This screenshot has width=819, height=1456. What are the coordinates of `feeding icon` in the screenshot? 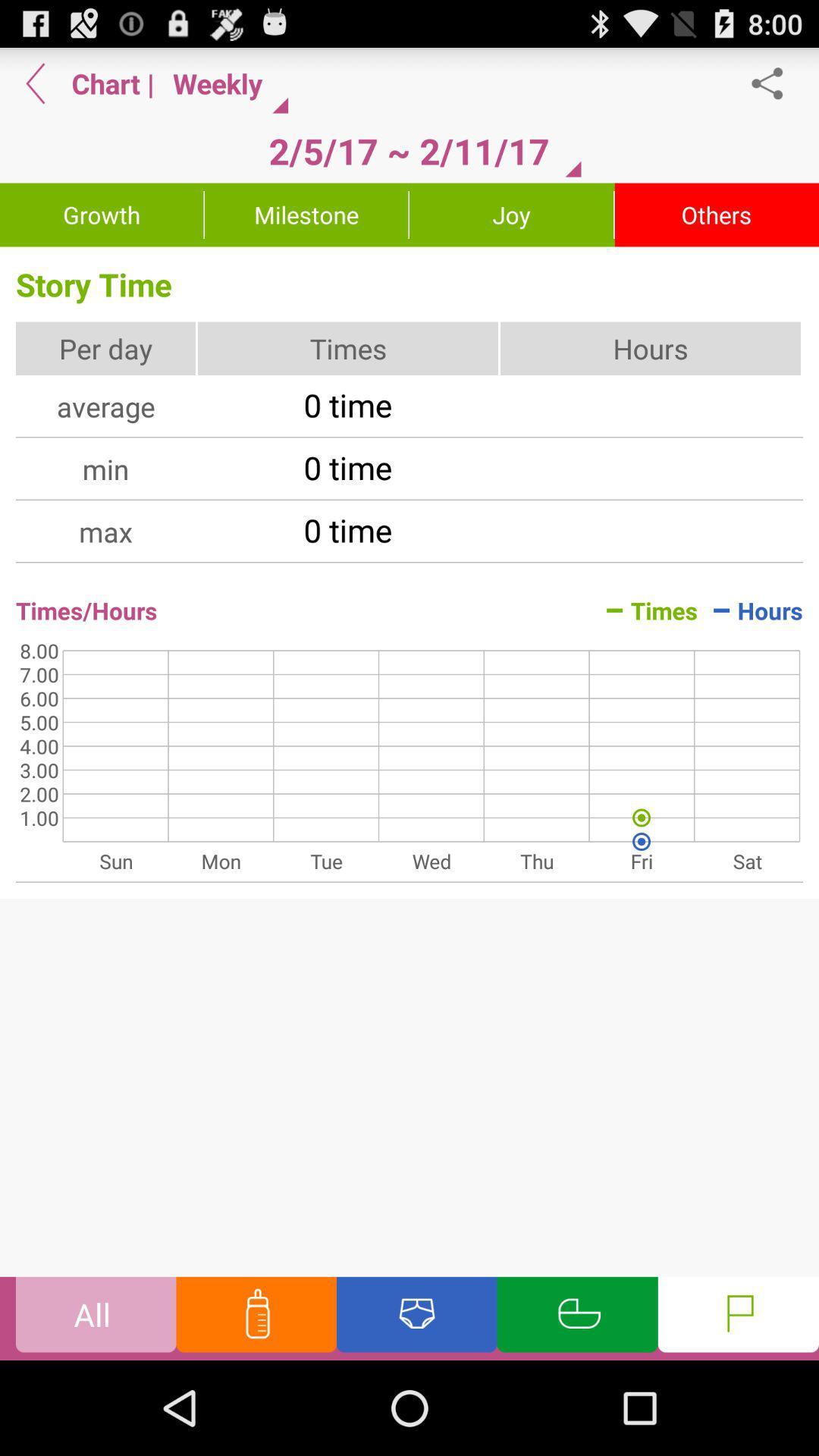 It's located at (256, 1317).